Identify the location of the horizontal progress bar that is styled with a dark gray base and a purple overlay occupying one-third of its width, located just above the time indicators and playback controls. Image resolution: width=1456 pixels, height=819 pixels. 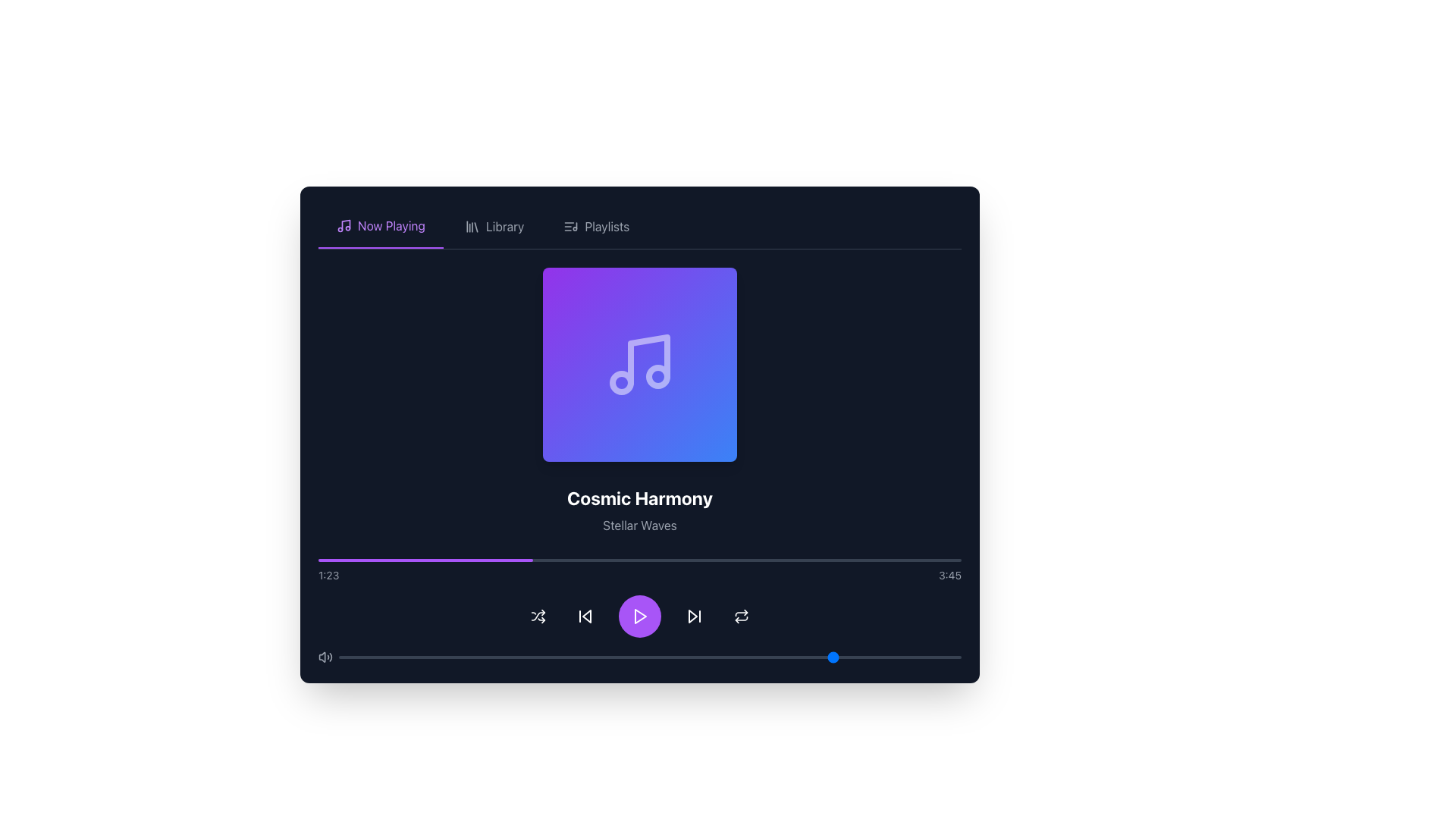
(640, 560).